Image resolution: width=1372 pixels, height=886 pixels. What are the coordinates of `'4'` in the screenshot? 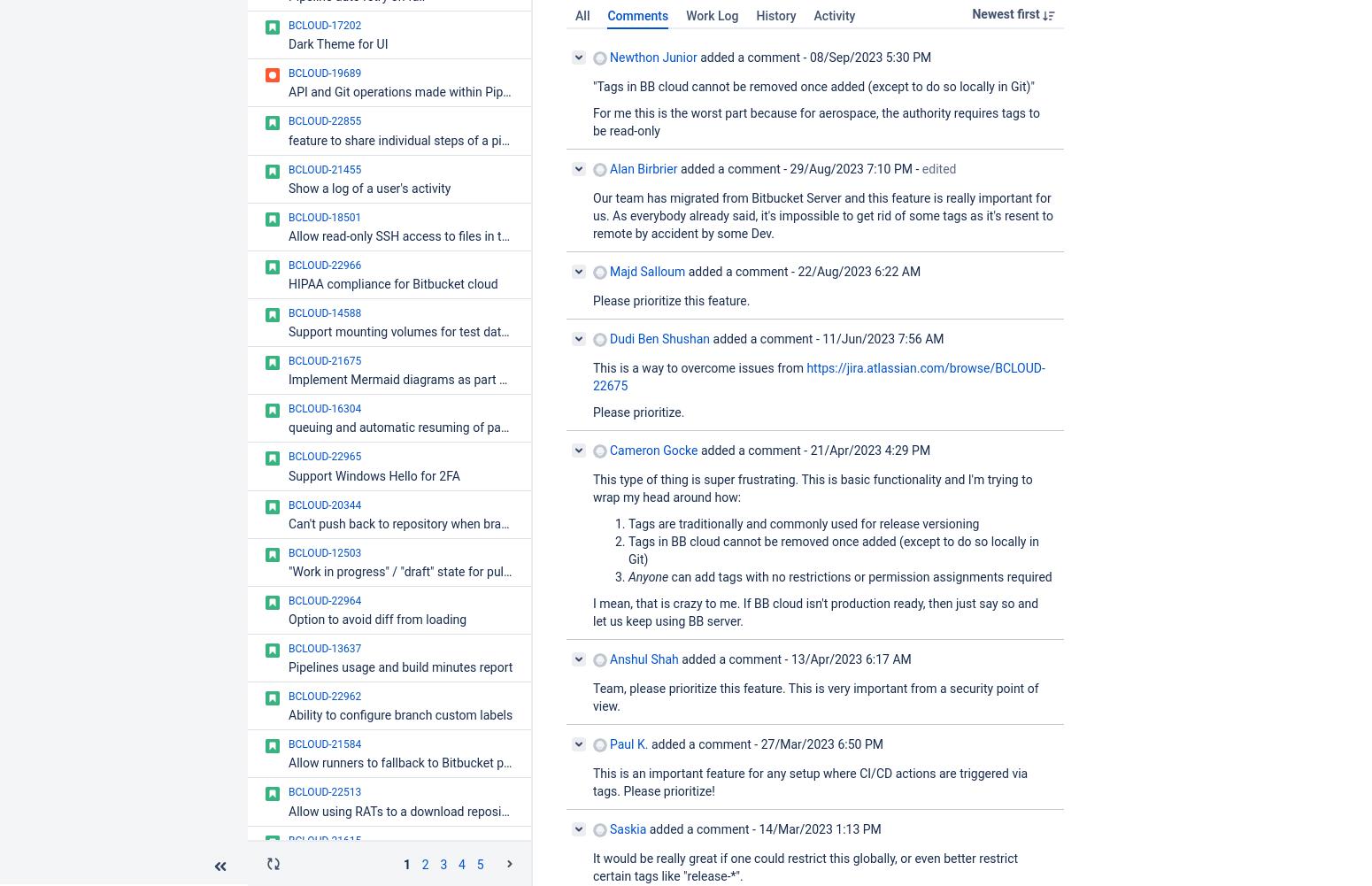 It's located at (460, 863).